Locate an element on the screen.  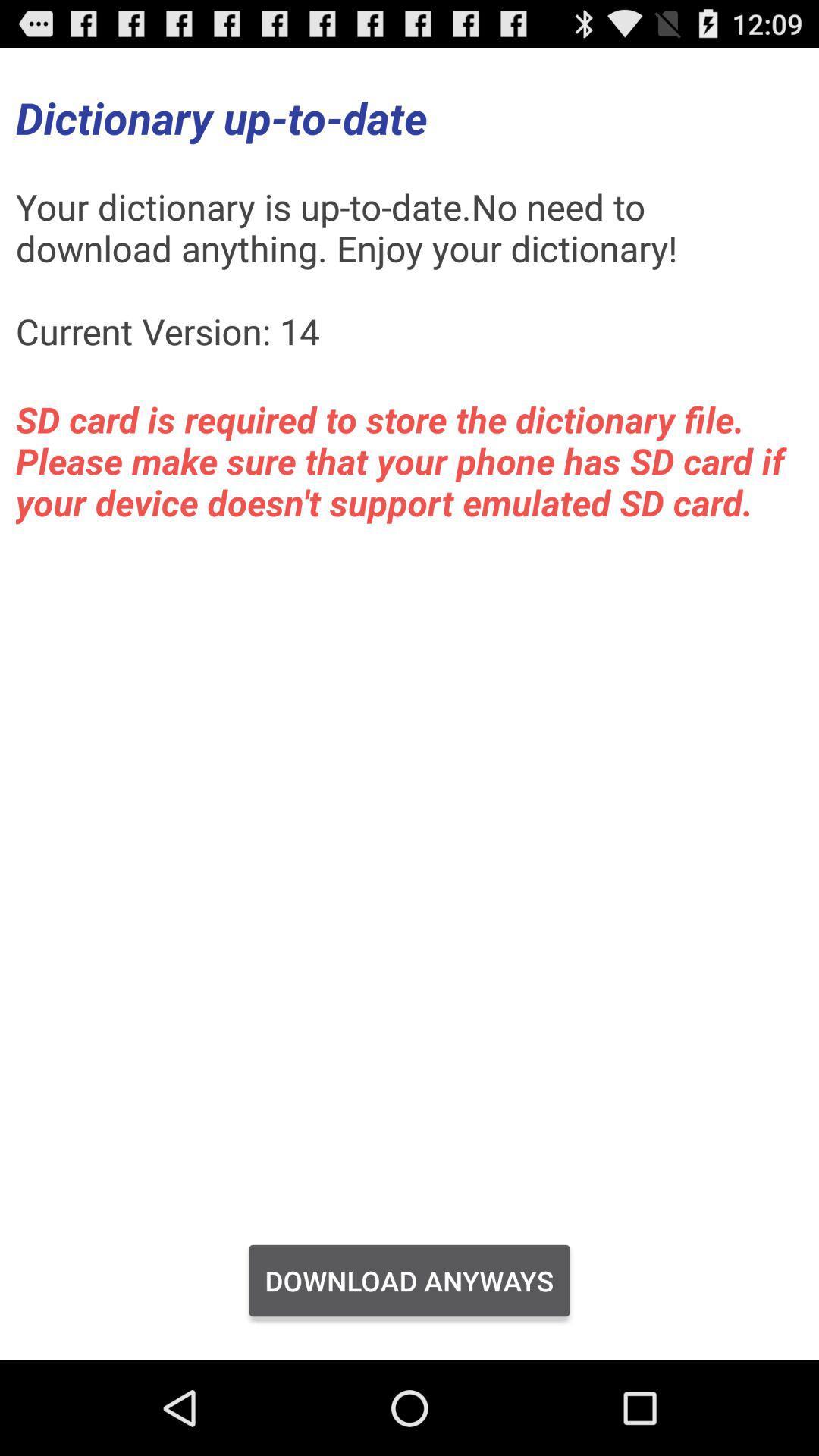
the download anyways item is located at coordinates (409, 1280).